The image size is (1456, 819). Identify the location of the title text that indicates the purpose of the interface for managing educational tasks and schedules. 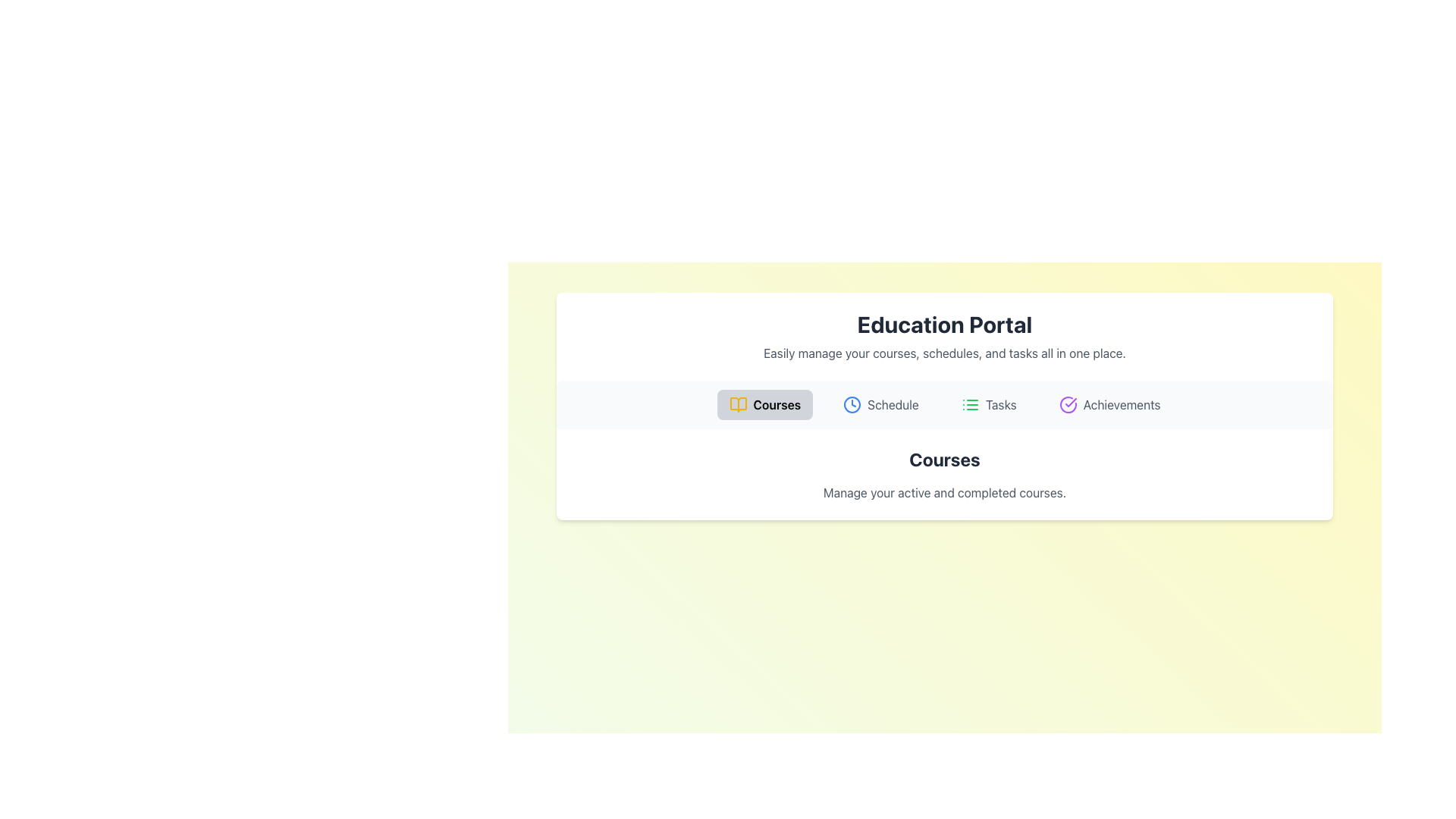
(944, 324).